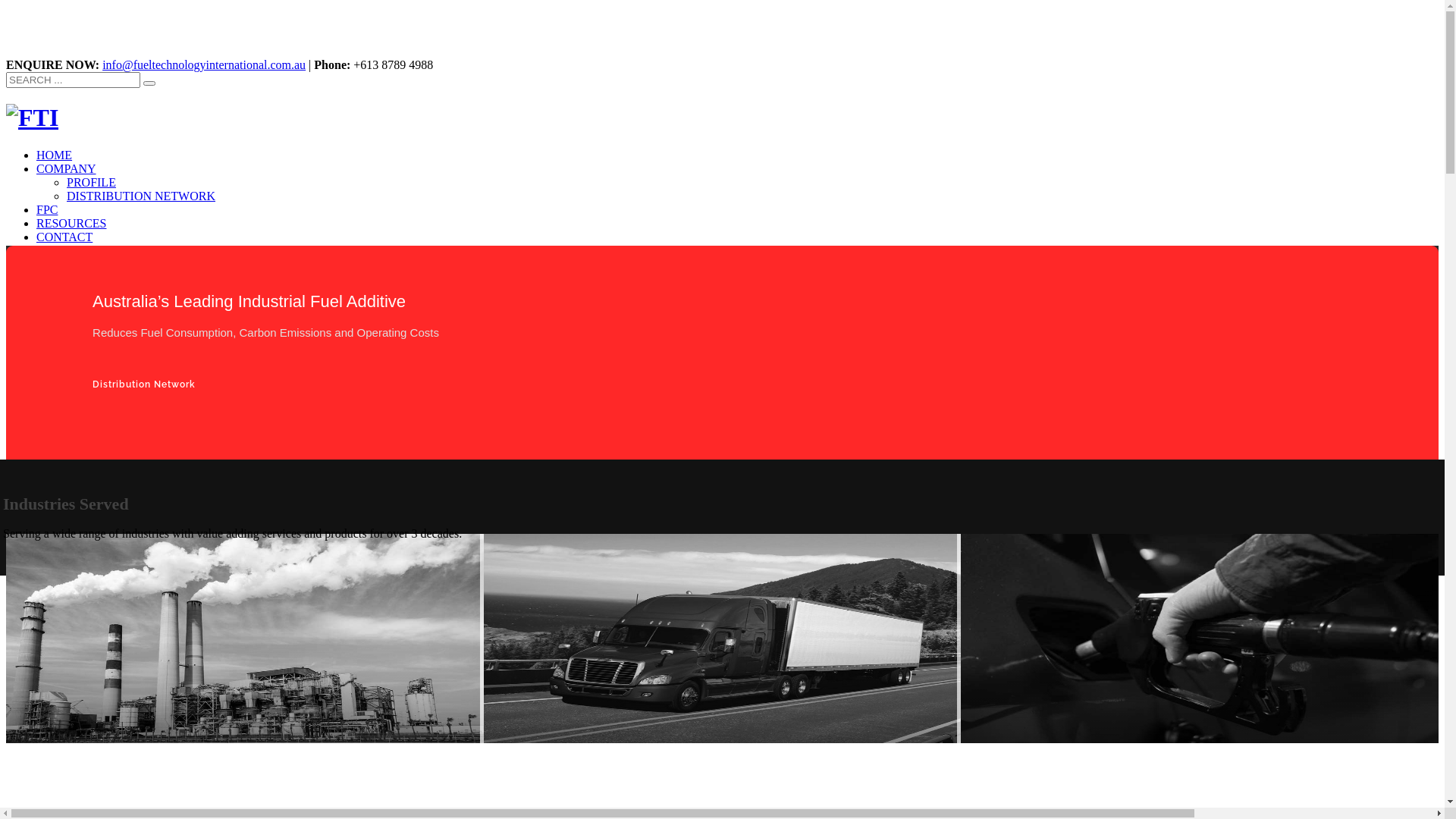  What do you see at coordinates (144, 382) in the screenshot?
I see `'Distribution Network'` at bounding box center [144, 382].